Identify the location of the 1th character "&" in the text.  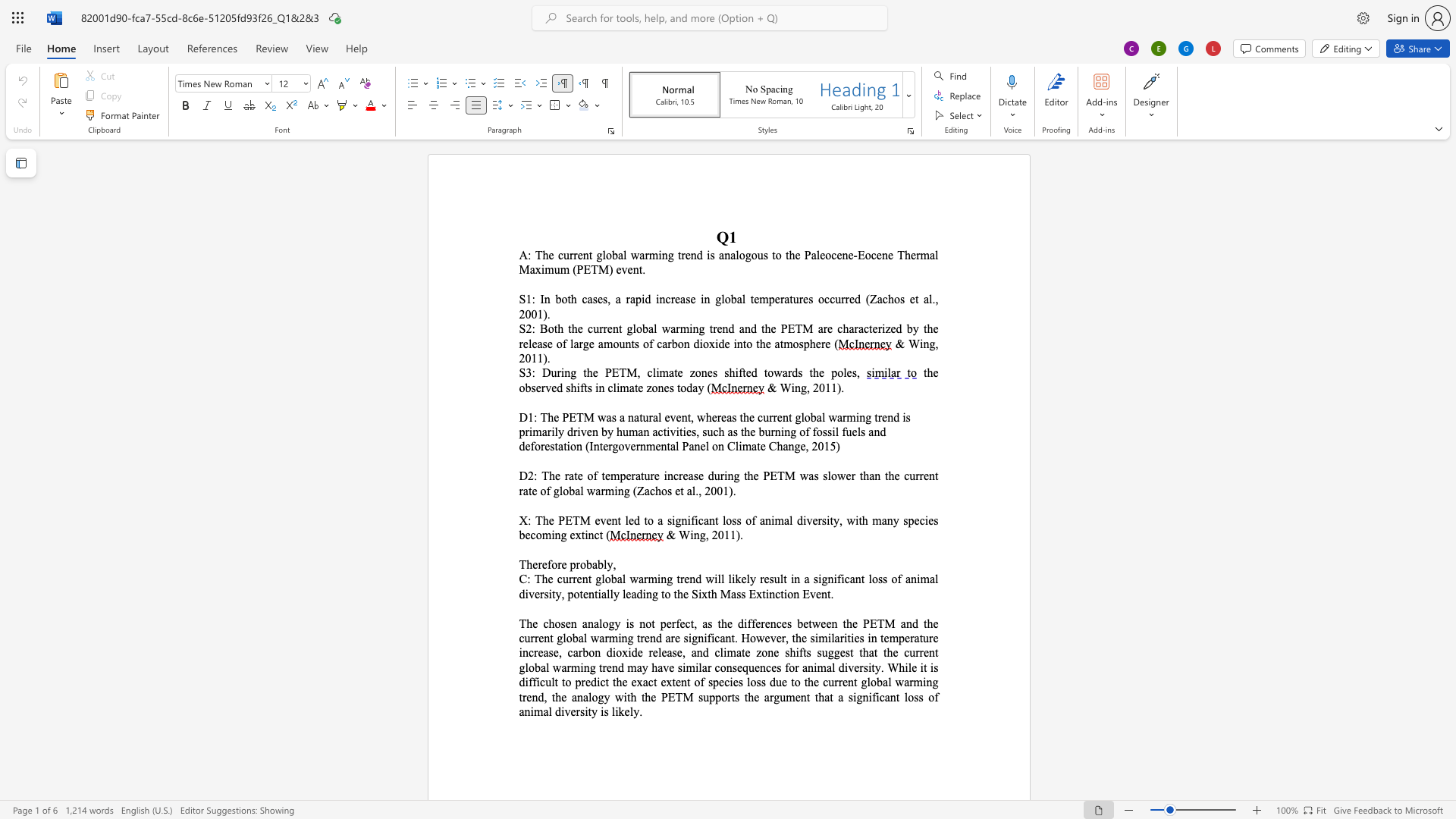
(899, 344).